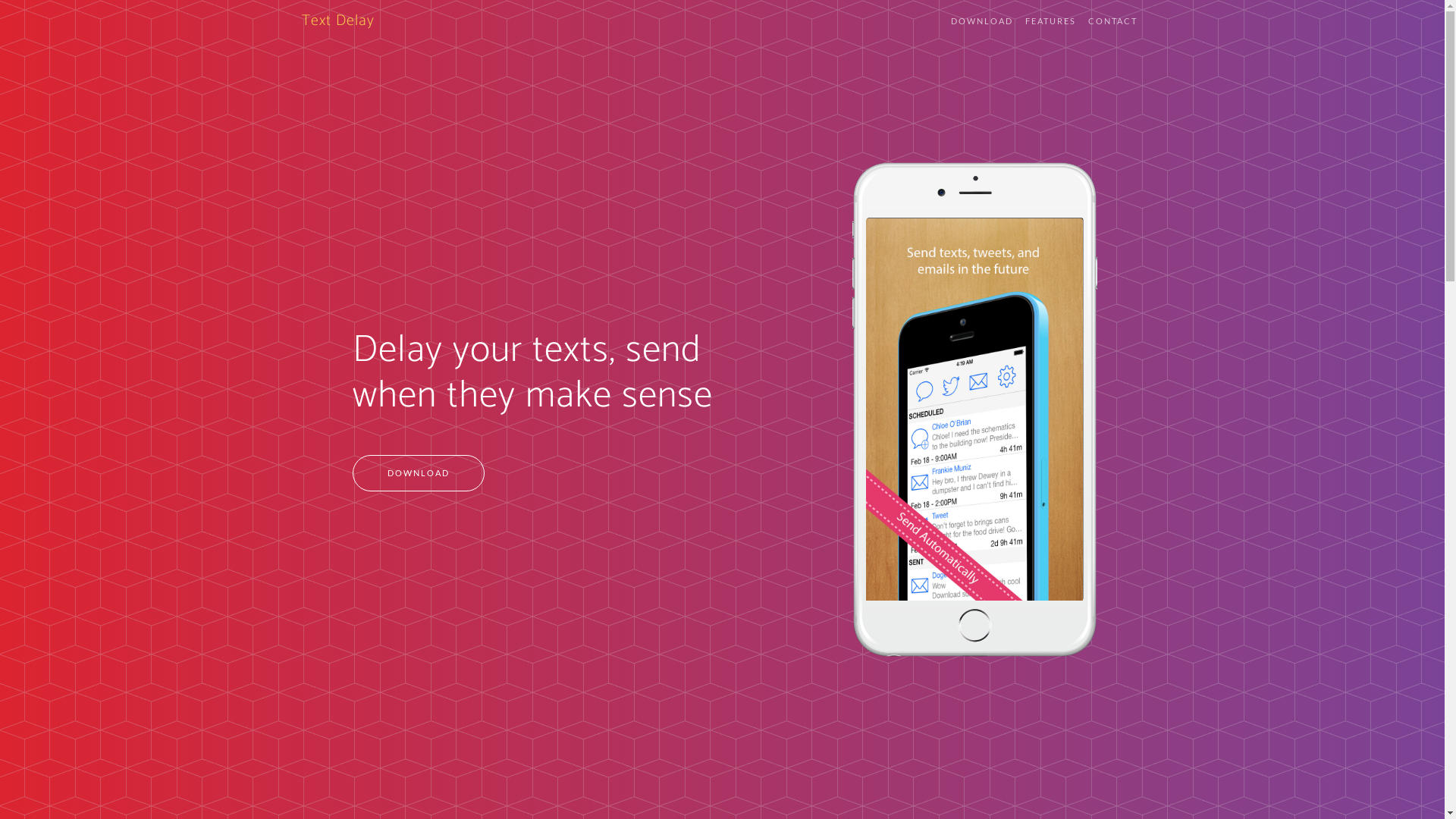  What do you see at coordinates (1050, 21) in the screenshot?
I see `'FEATURES'` at bounding box center [1050, 21].